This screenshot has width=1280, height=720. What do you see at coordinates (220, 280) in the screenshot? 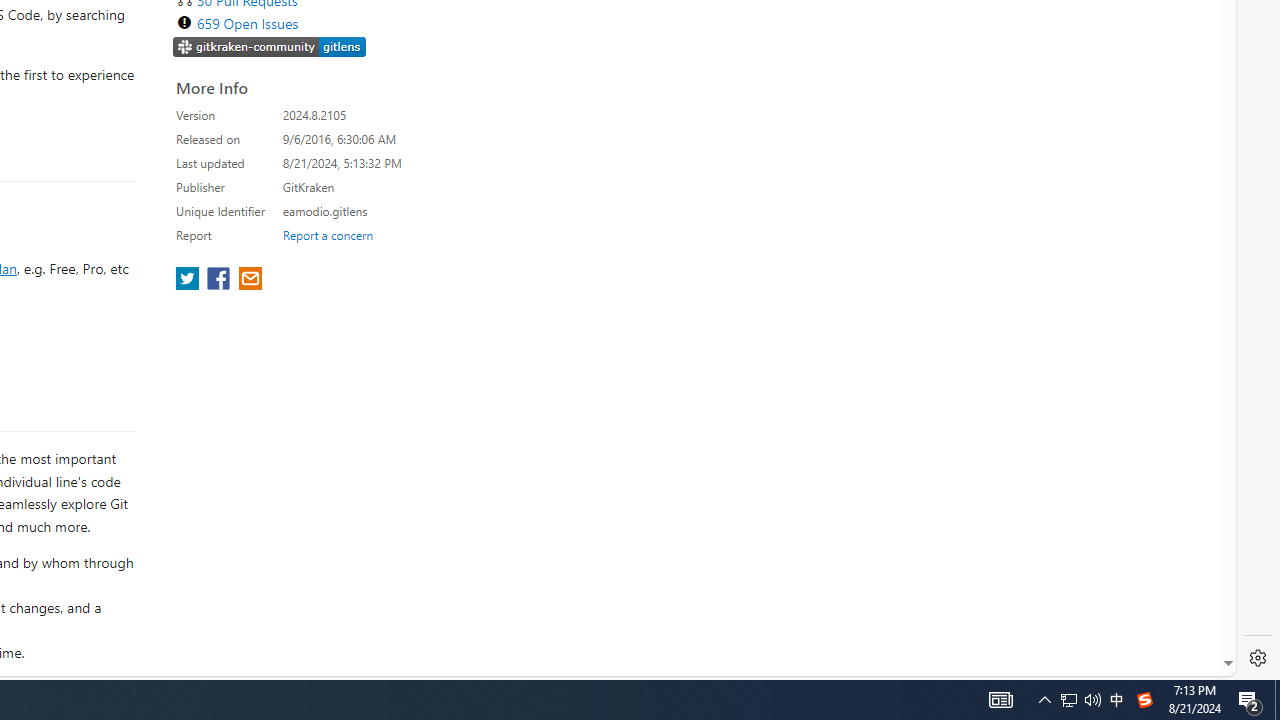
I see `'share extension on facebook'` at bounding box center [220, 280].